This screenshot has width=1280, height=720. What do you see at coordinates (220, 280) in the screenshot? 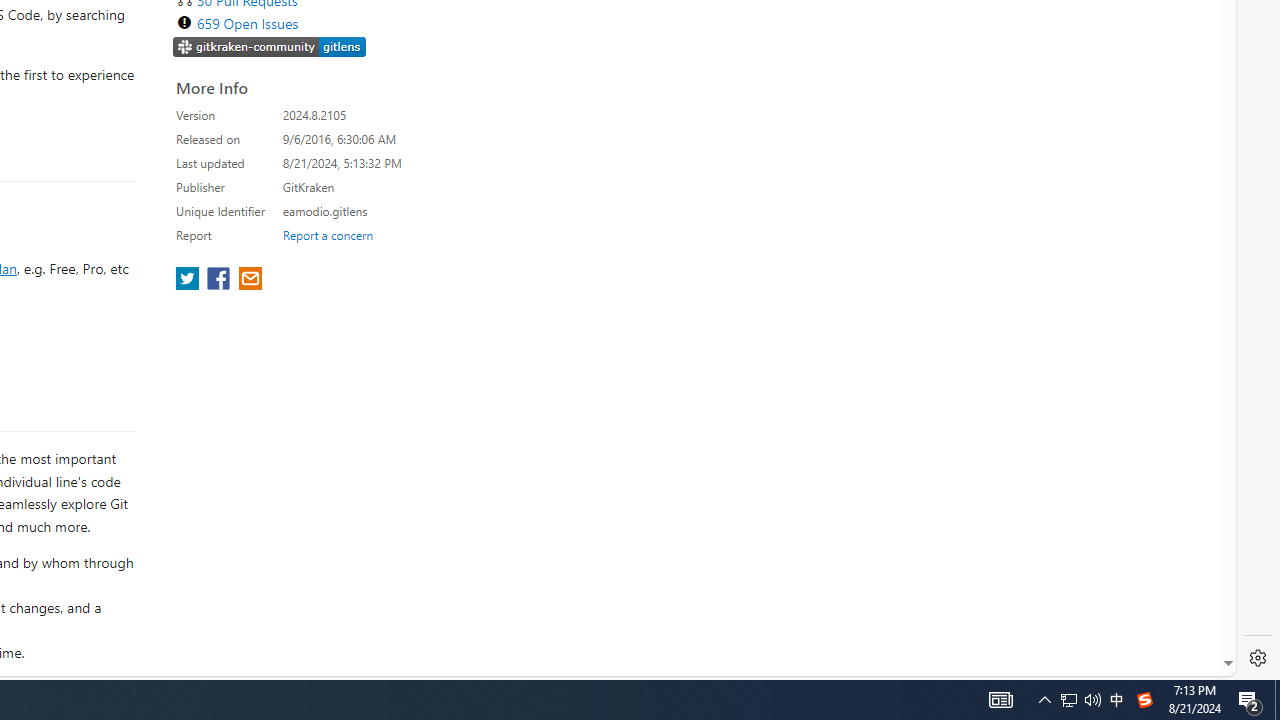
I see `'share extension on facebook'` at bounding box center [220, 280].